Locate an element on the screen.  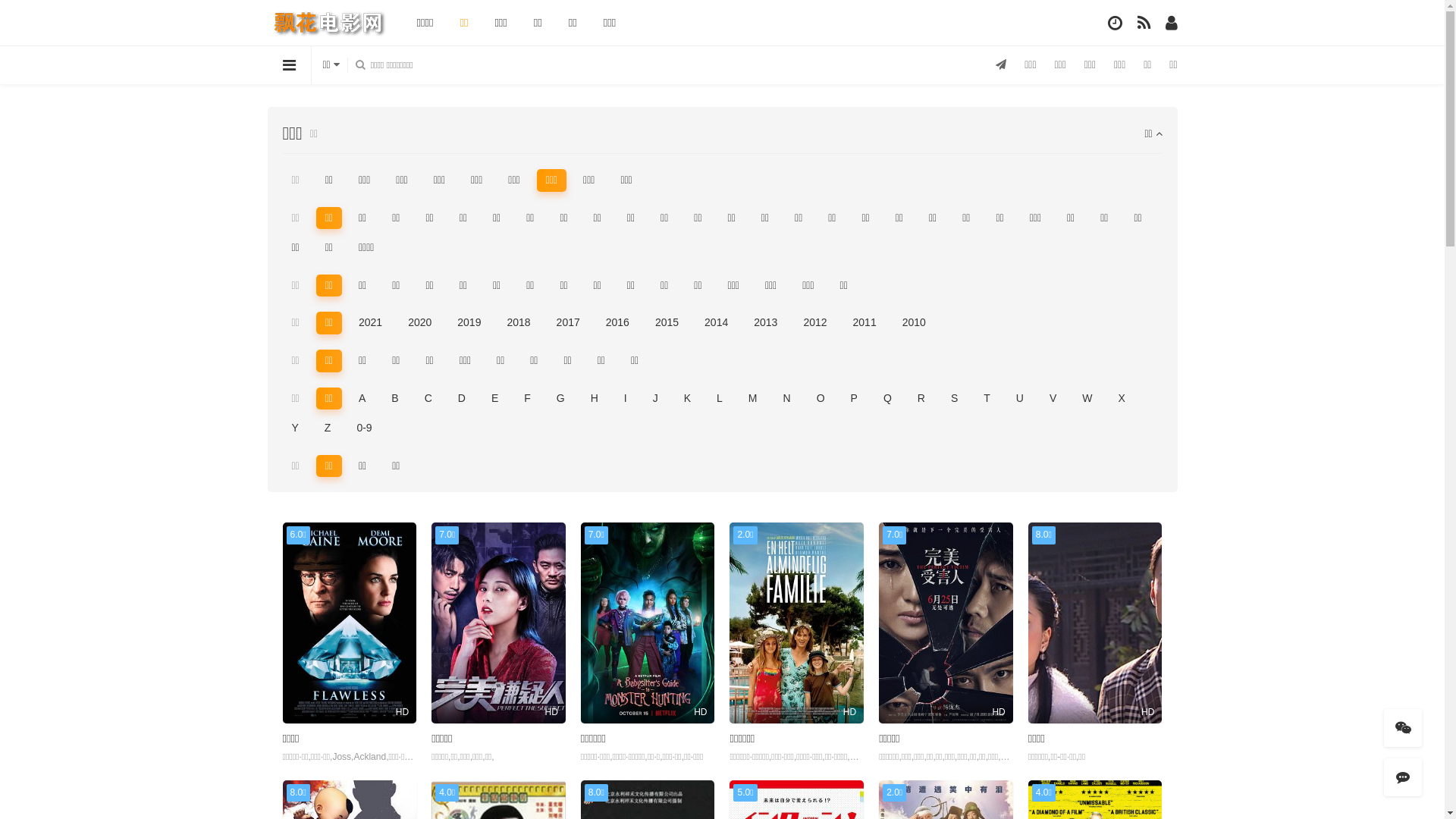
'Q' is located at coordinates (887, 397).